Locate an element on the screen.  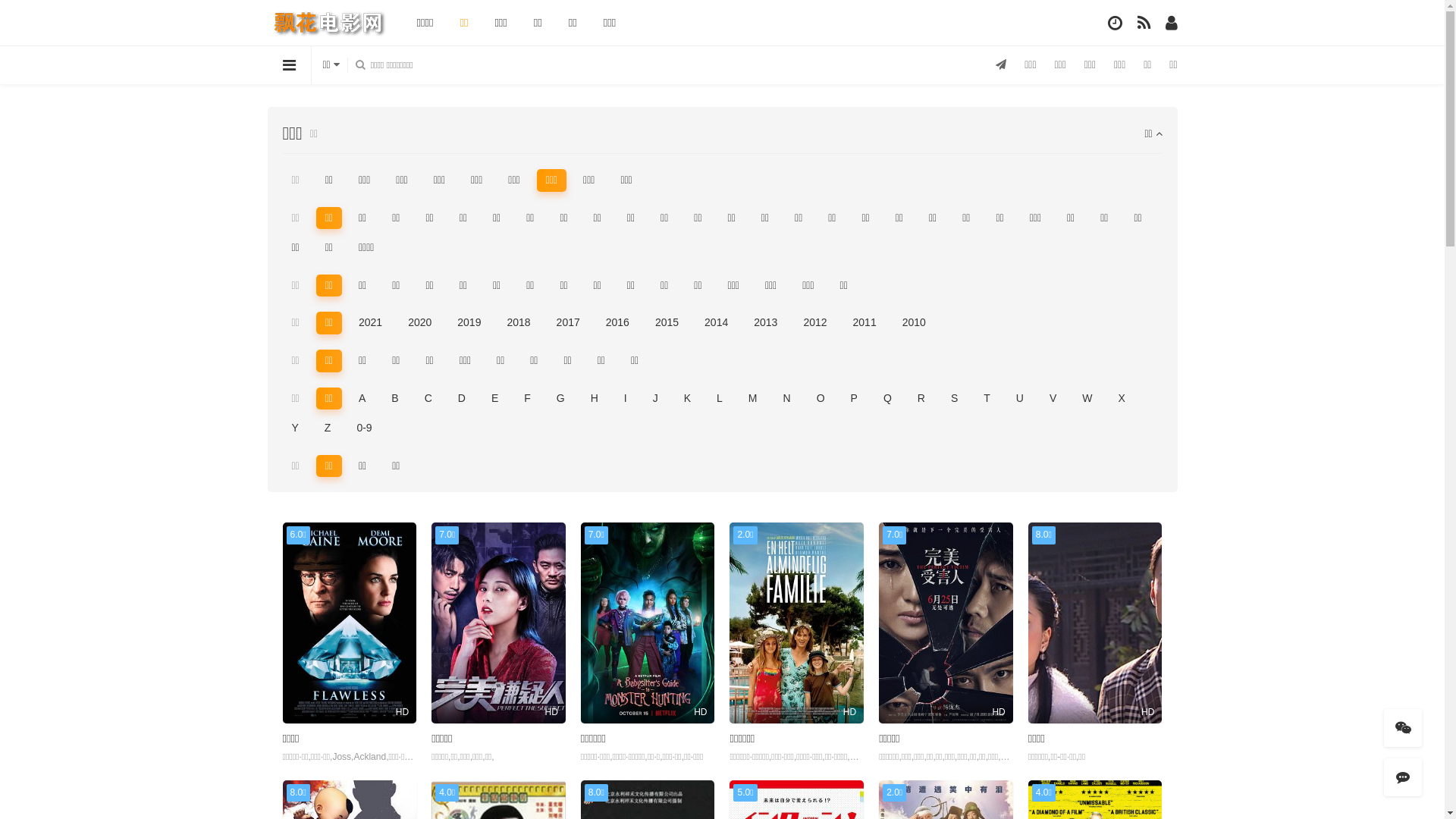
'Q' is located at coordinates (887, 397).